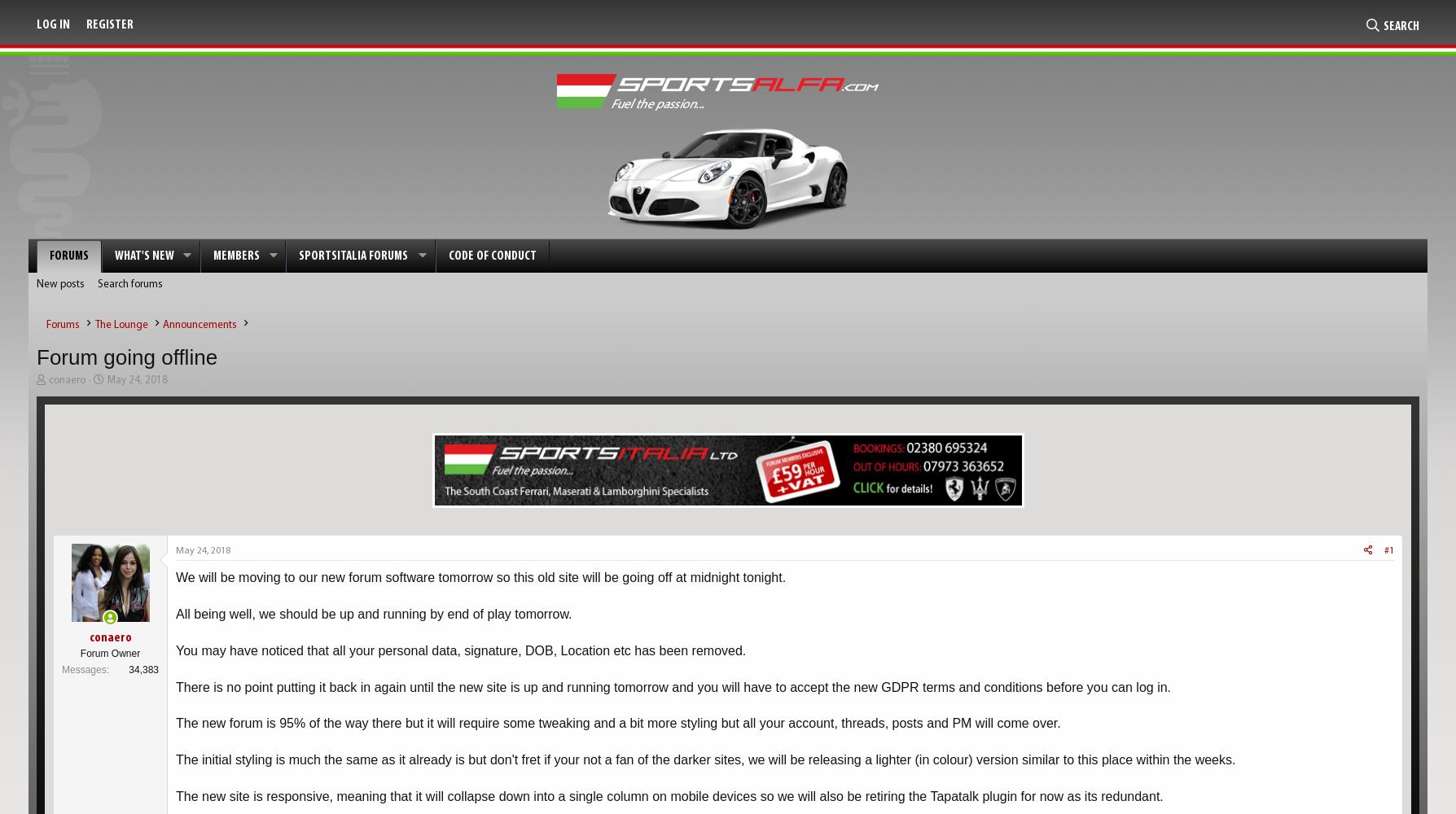 This screenshot has height=814, width=1456. What do you see at coordinates (126, 357) in the screenshot?
I see `'Forum going offline'` at bounding box center [126, 357].